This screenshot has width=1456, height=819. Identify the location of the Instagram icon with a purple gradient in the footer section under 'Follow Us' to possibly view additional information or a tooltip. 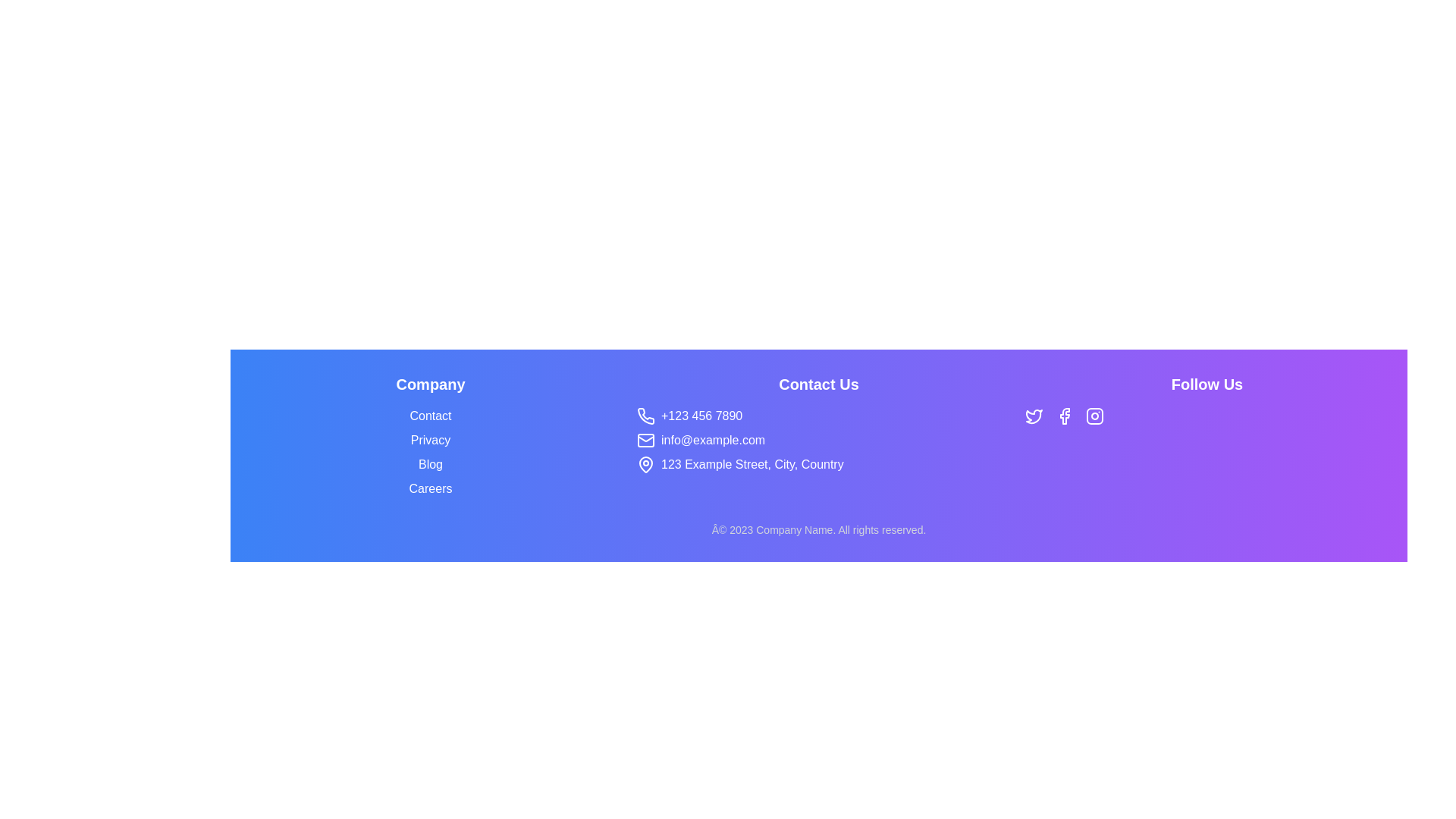
(1095, 416).